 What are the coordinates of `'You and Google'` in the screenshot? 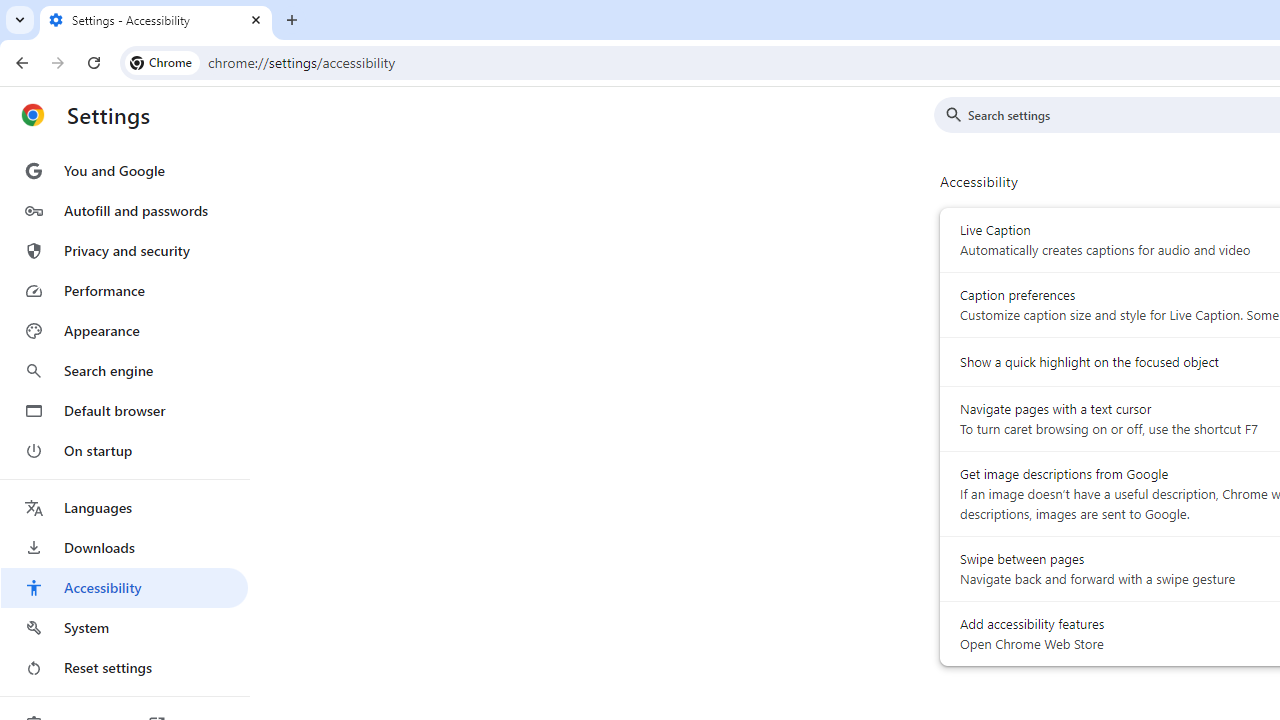 It's located at (123, 170).